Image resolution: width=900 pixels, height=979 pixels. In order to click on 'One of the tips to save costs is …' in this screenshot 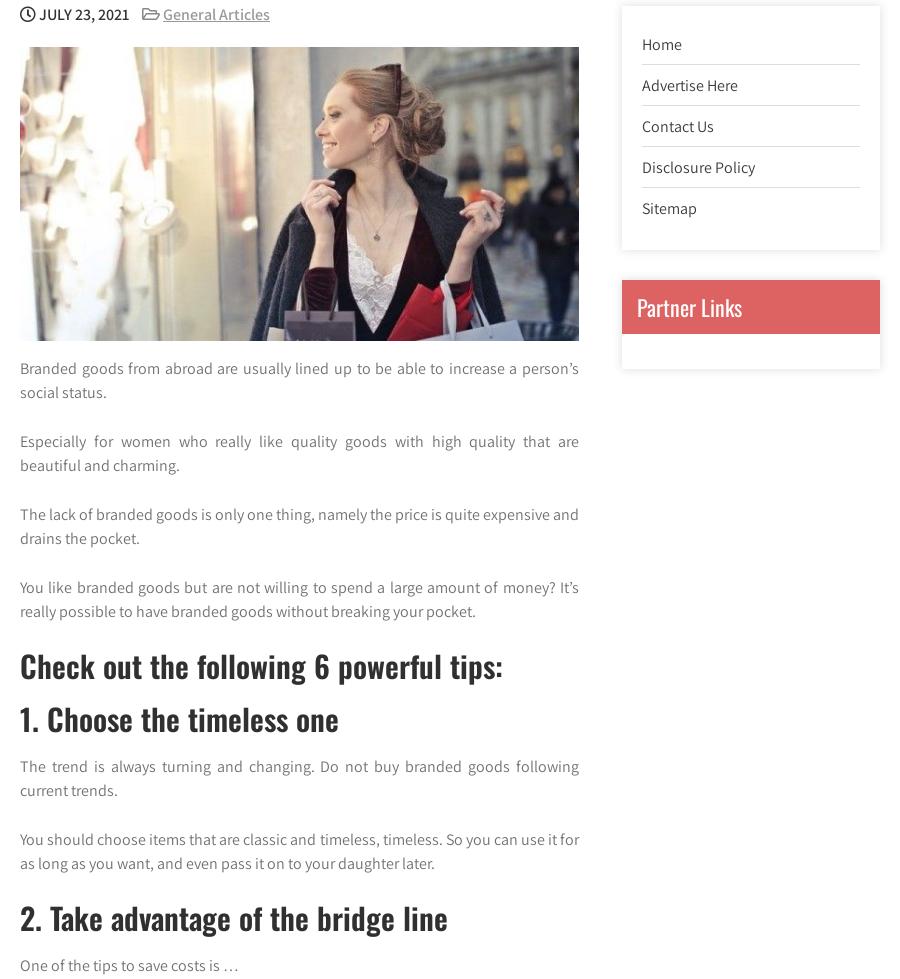, I will do `click(129, 963)`.